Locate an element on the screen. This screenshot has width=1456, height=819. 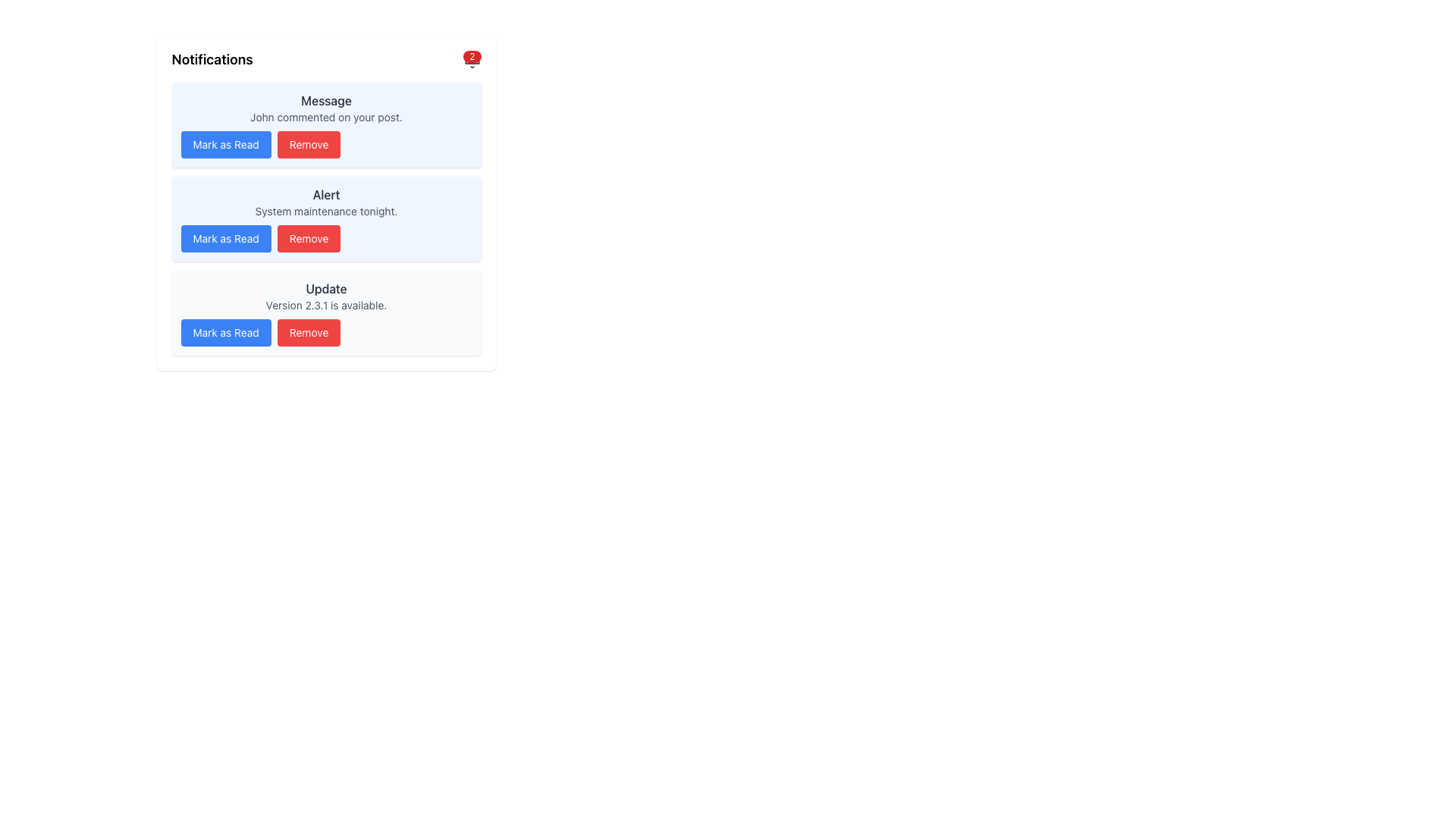
the text element that informs users about the new update, specifically mentioning the version number, positioned in the third notification box below 'Alert' on the notification panel is located at coordinates (325, 296).